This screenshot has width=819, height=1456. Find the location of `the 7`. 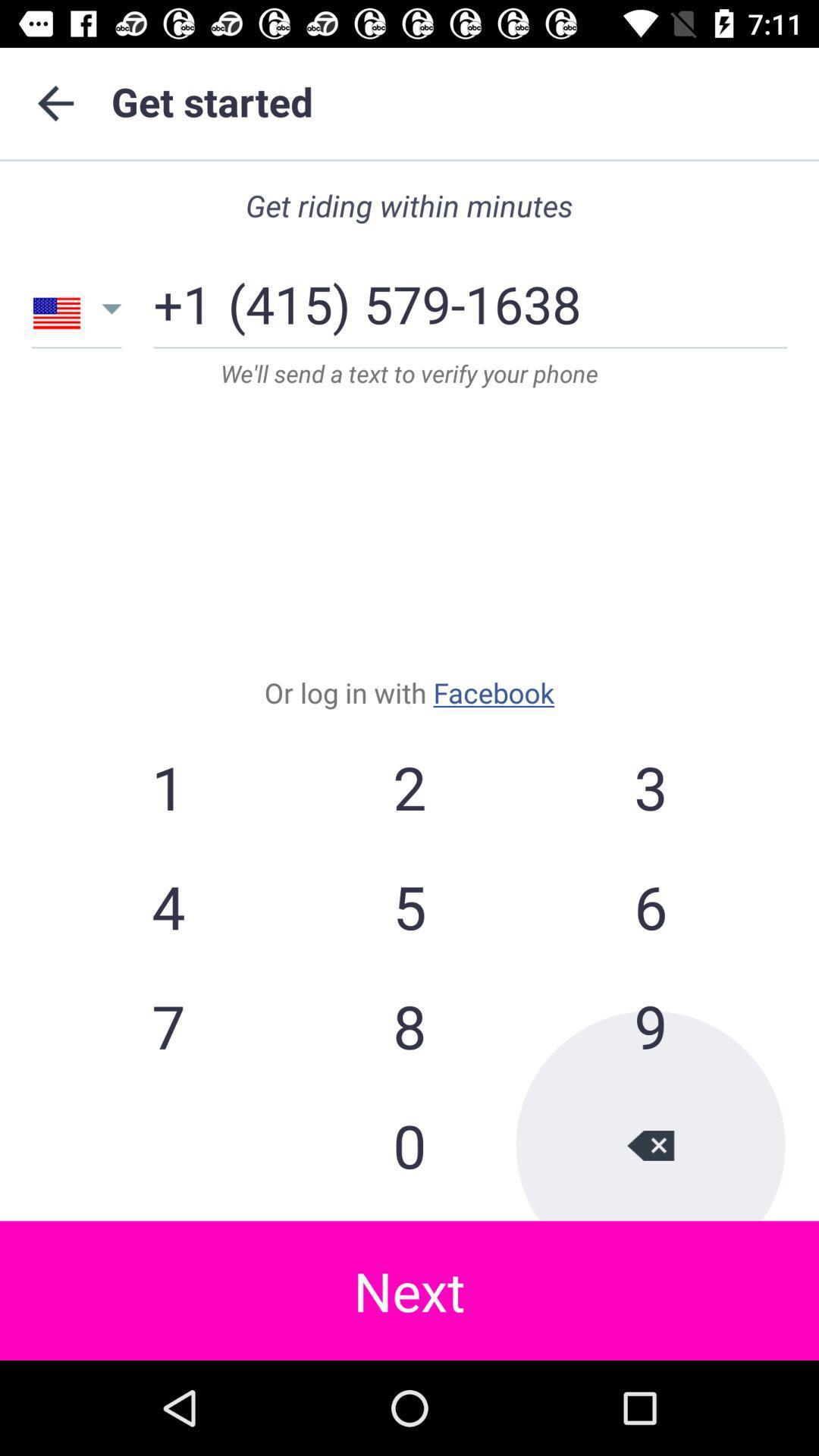

the 7 is located at coordinates (168, 1026).